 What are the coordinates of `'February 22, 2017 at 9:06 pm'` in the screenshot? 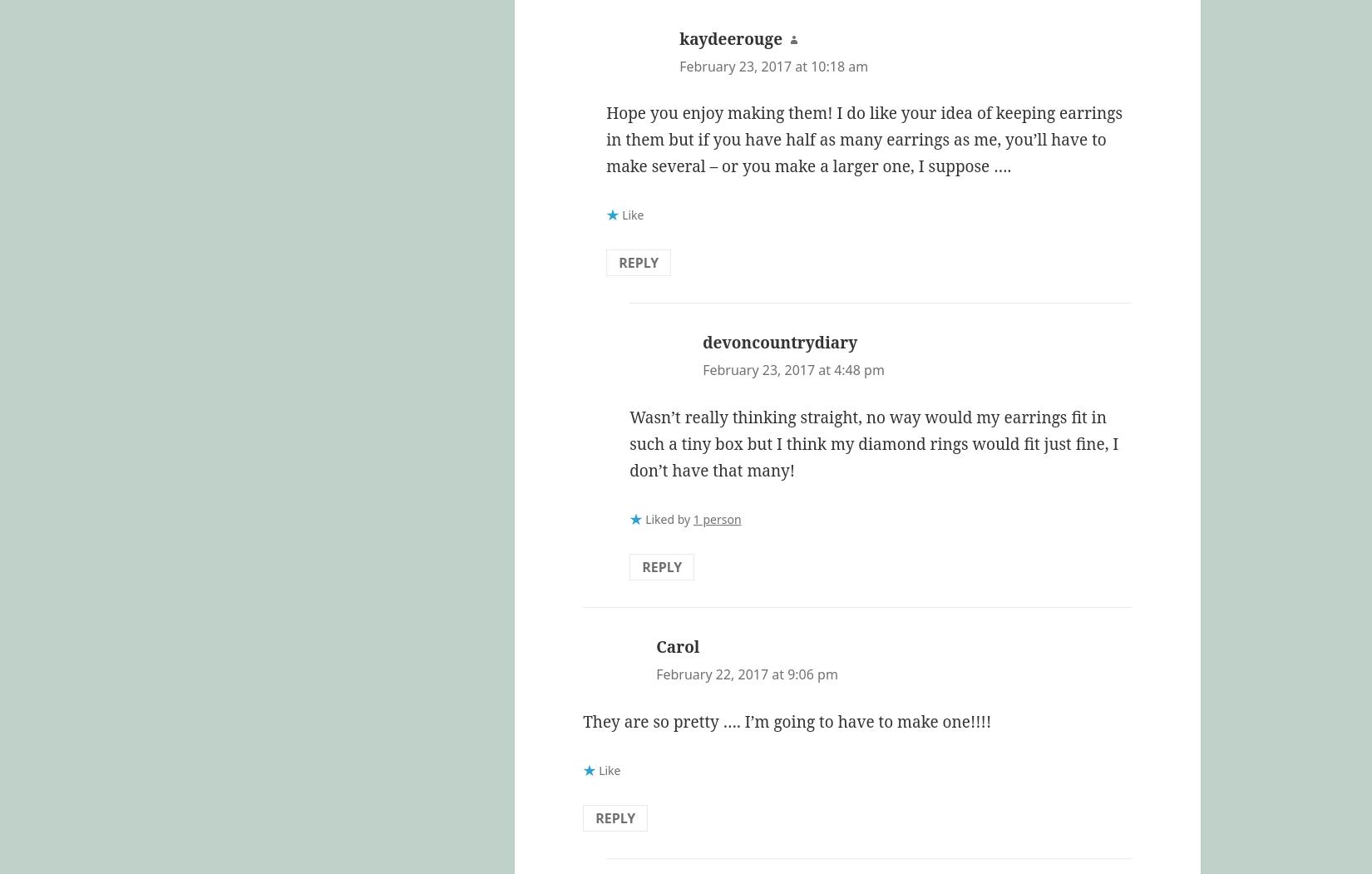 It's located at (746, 674).